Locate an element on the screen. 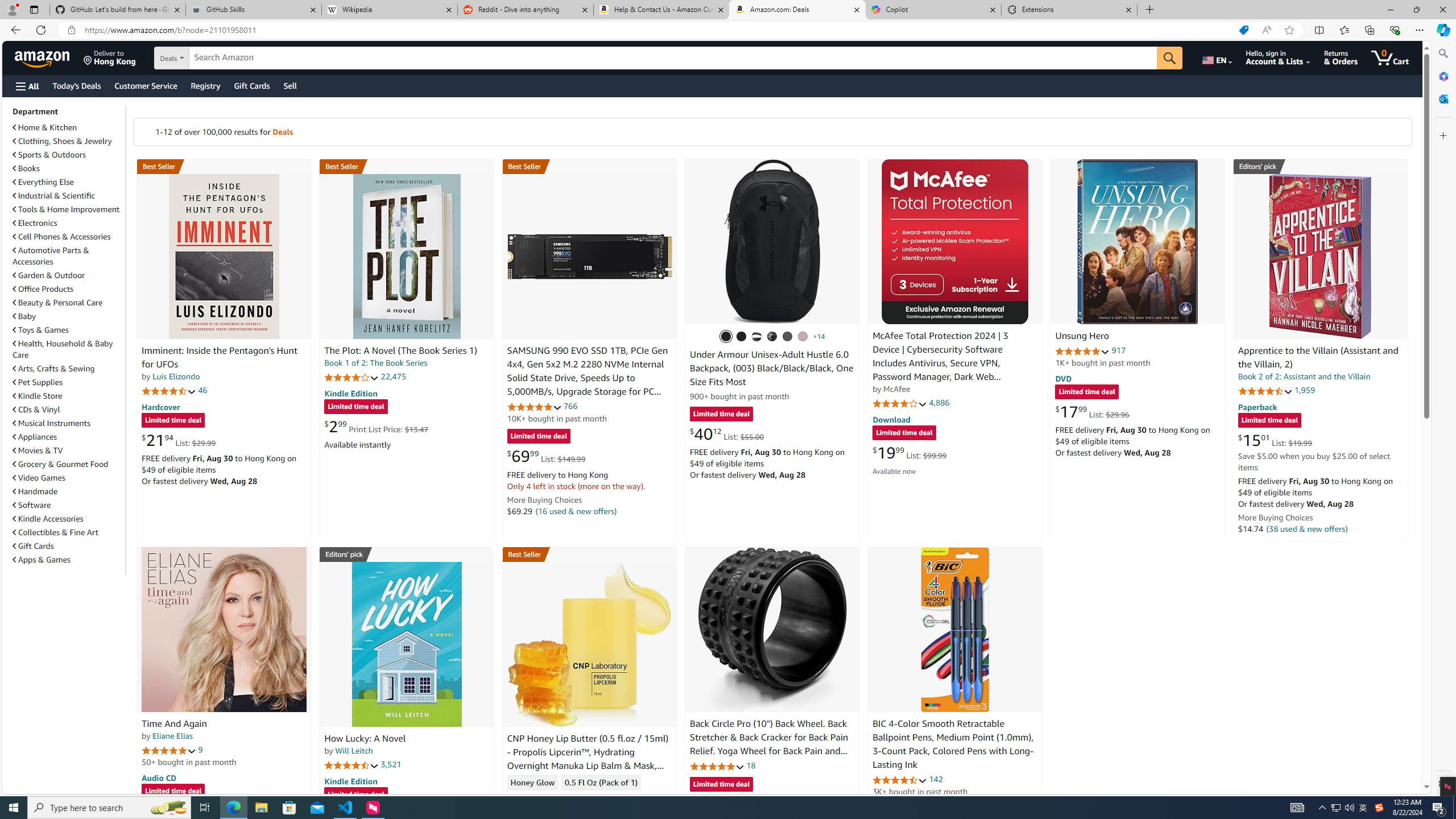  'Garden & Outdoor' is located at coordinates (67, 274).